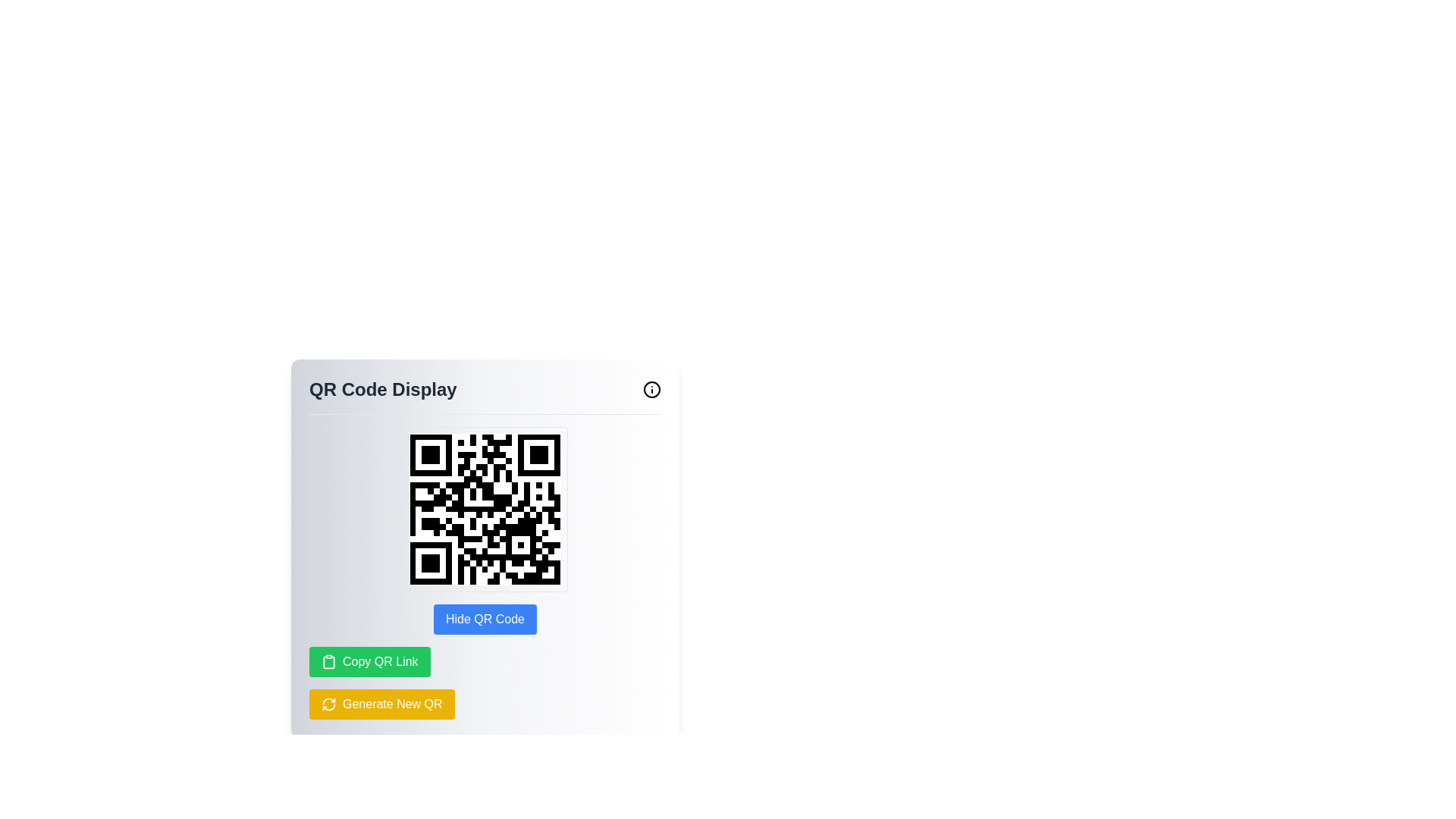  What do you see at coordinates (484, 620) in the screenshot?
I see `the blue button labeled 'Hide QR Code' to hide the QR code display, which is the topmost interactive element among three vertically arranged buttons` at bounding box center [484, 620].